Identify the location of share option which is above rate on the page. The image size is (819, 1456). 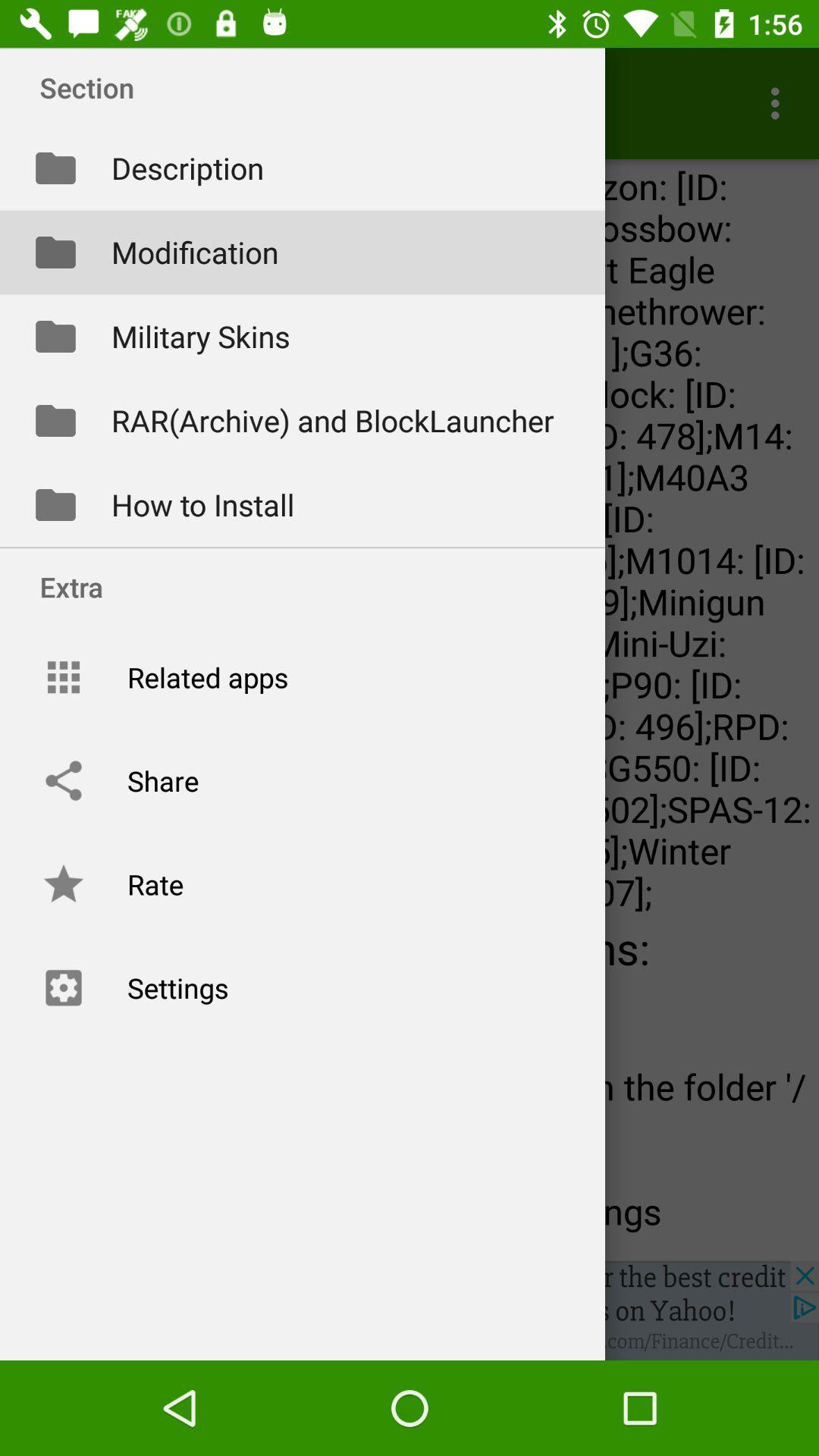
(302, 781).